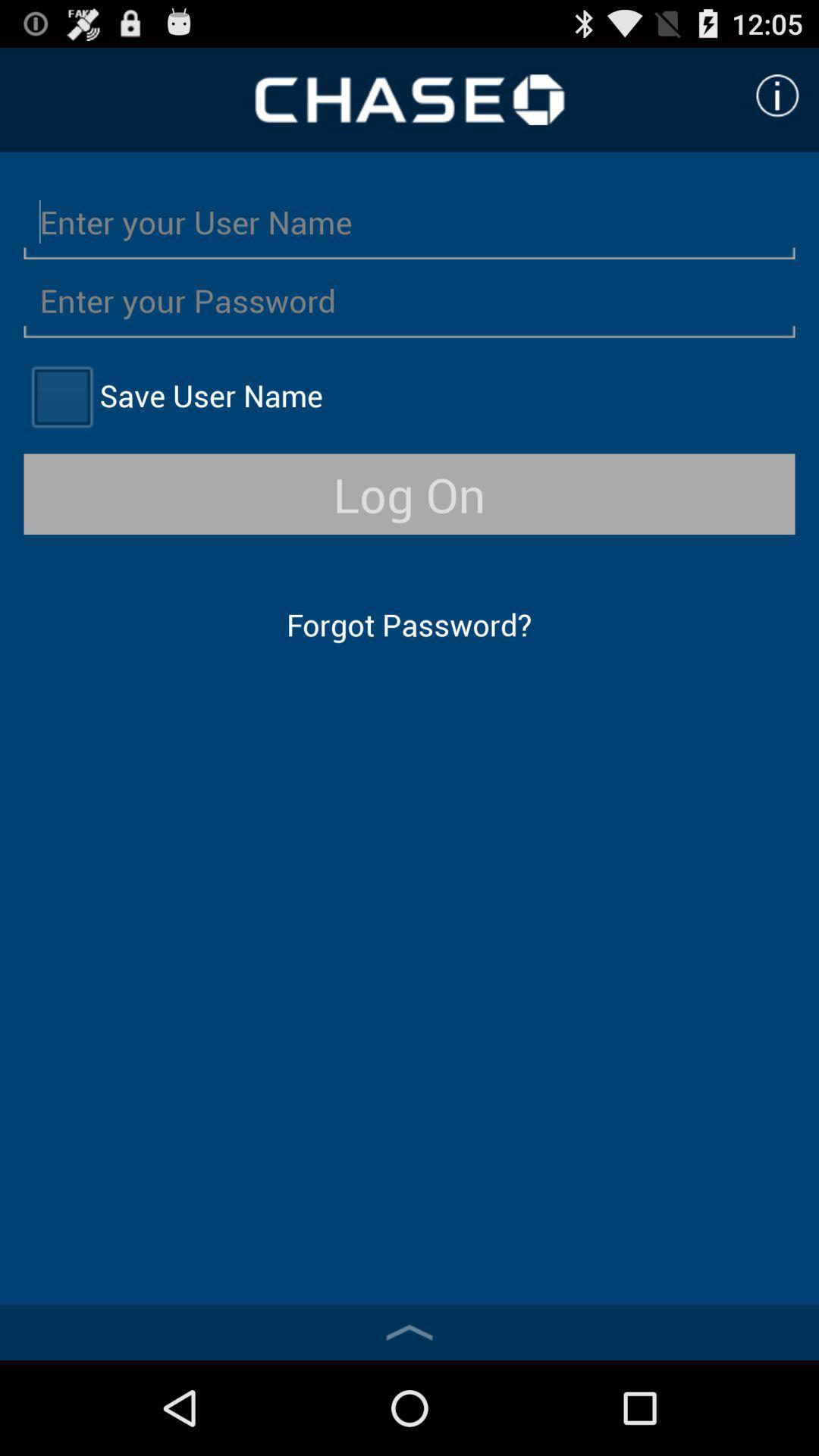  What do you see at coordinates (409, 221) in the screenshot?
I see `username` at bounding box center [409, 221].